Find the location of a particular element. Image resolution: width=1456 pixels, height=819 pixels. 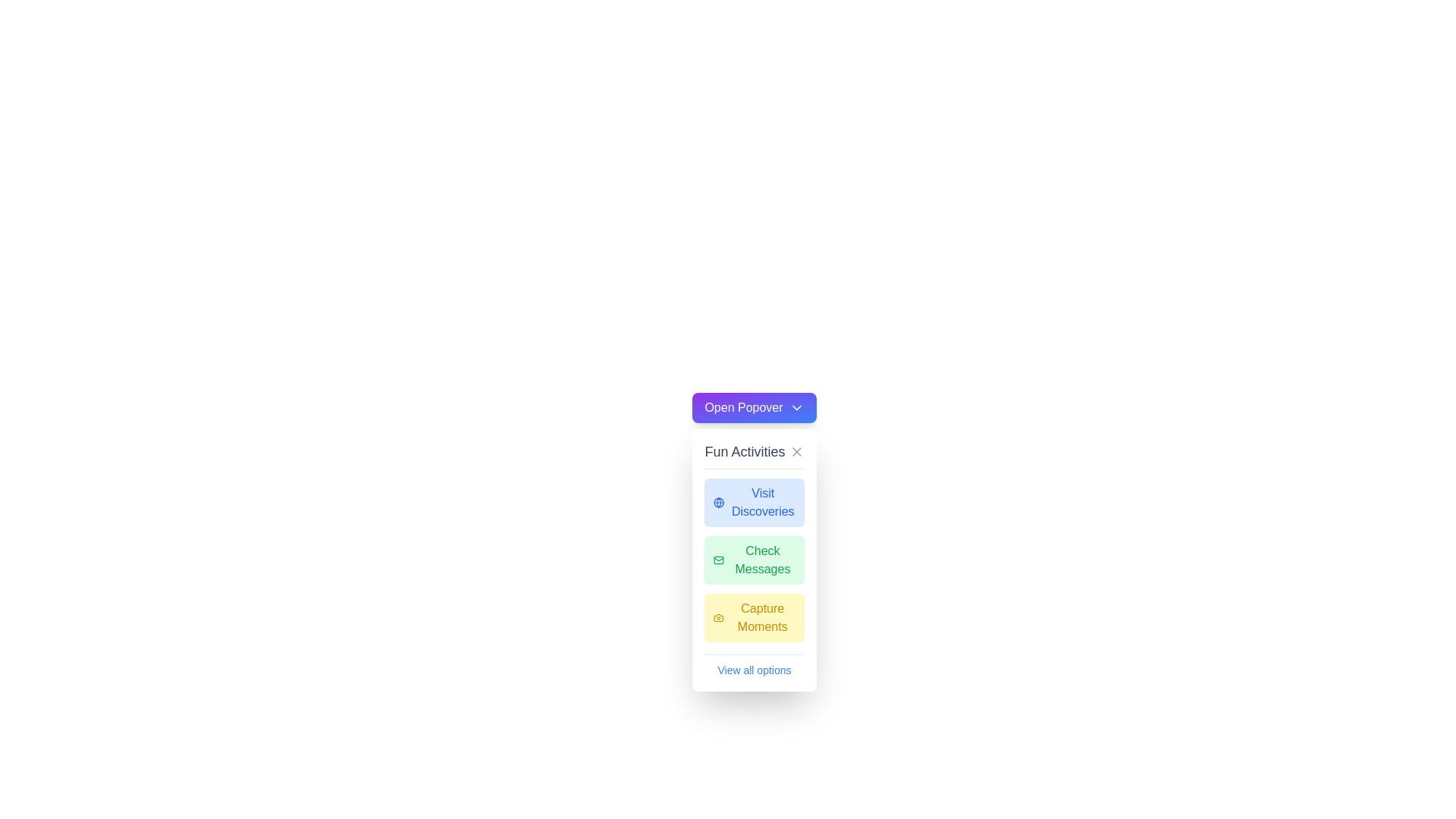

the 'Capture Moments' button, which is a rectangular button with a yellow background and a camera icon, located within the 'Fun Activities' section as the third visible option is located at coordinates (754, 617).